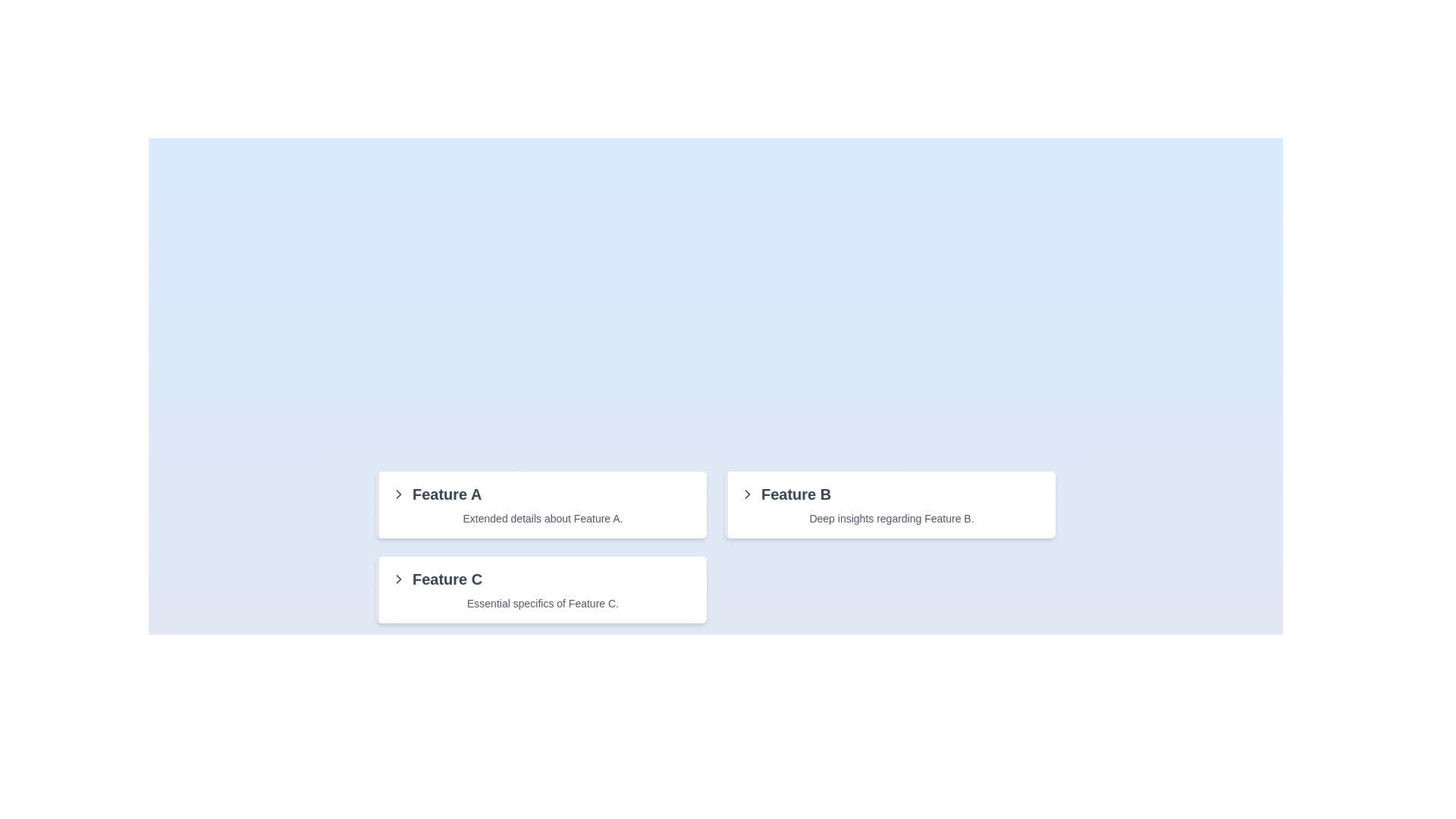 This screenshot has width=1456, height=819. I want to click on the Chevron Arrow icon located in the rightmost card labeled 'Feature B', which indicates additional content or actions related to this feature, so click(747, 494).